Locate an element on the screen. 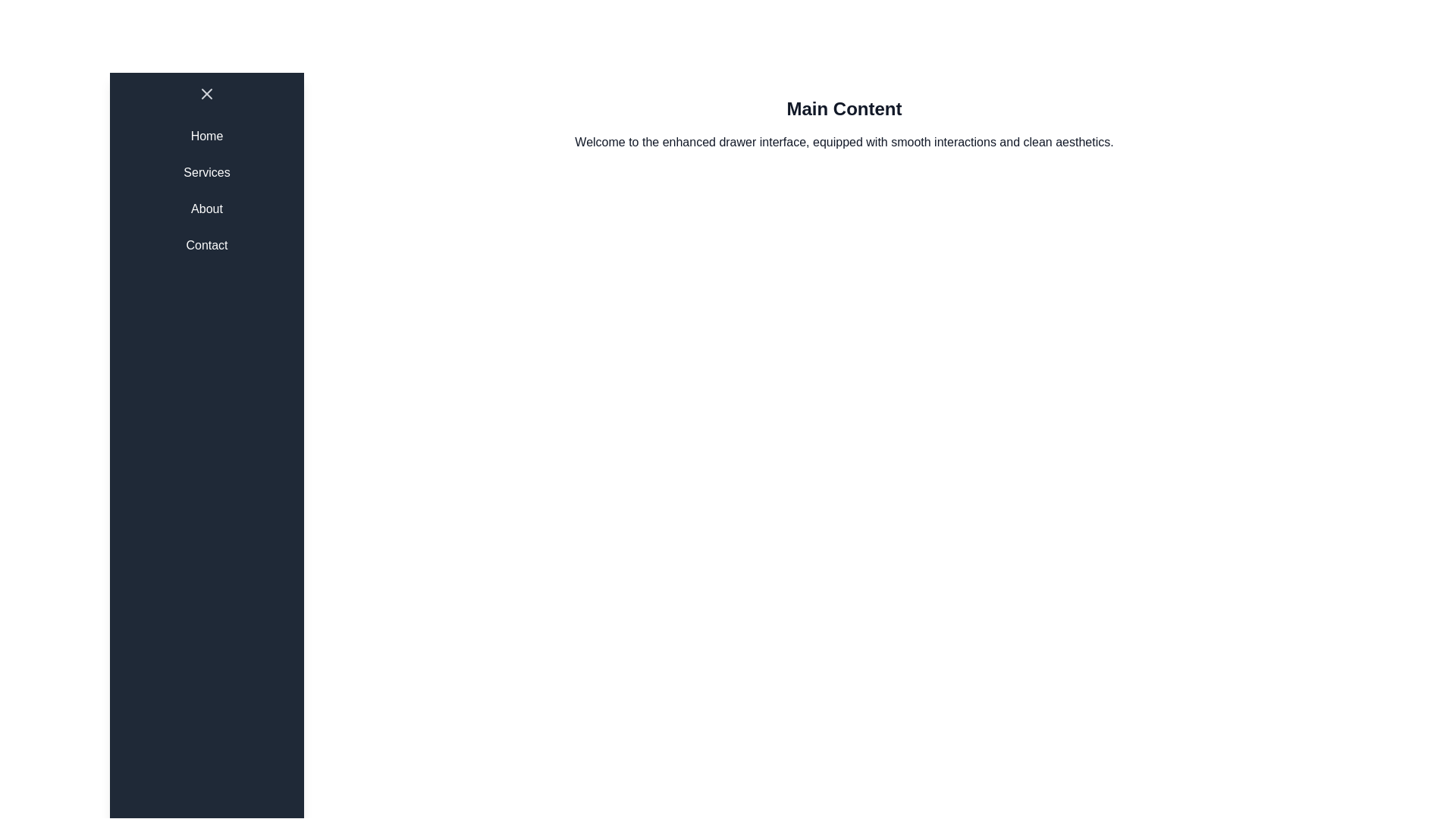  the 'Home' navigation menu item, which is the first item in the vertical navigation menu and features a dark background with light text is located at coordinates (206, 136).